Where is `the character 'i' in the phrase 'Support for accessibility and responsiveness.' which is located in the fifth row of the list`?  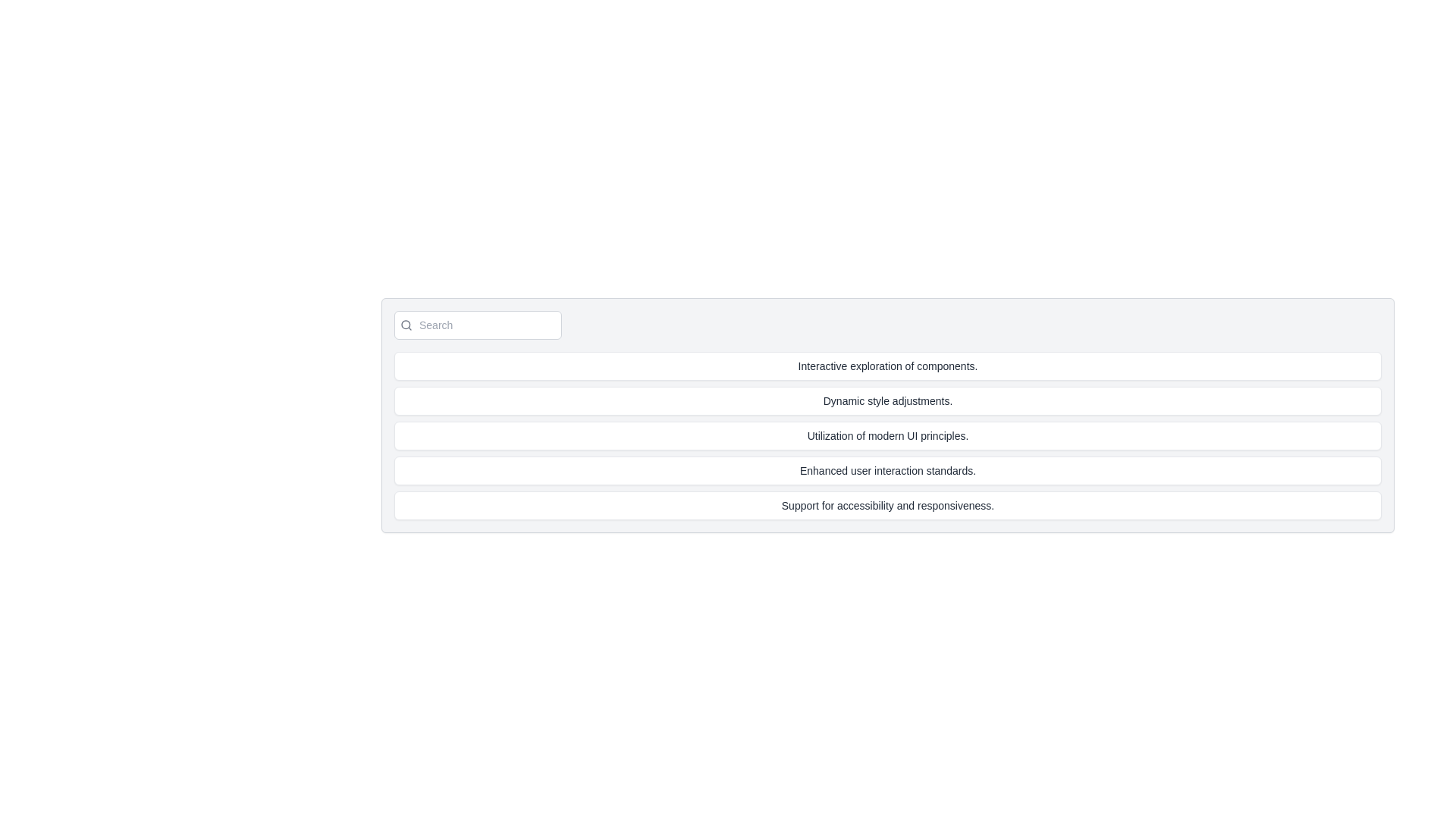 the character 'i' in the phrase 'Support for accessibility and responsiveness.' which is located in the fifth row of the list is located at coordinates (880, 506).